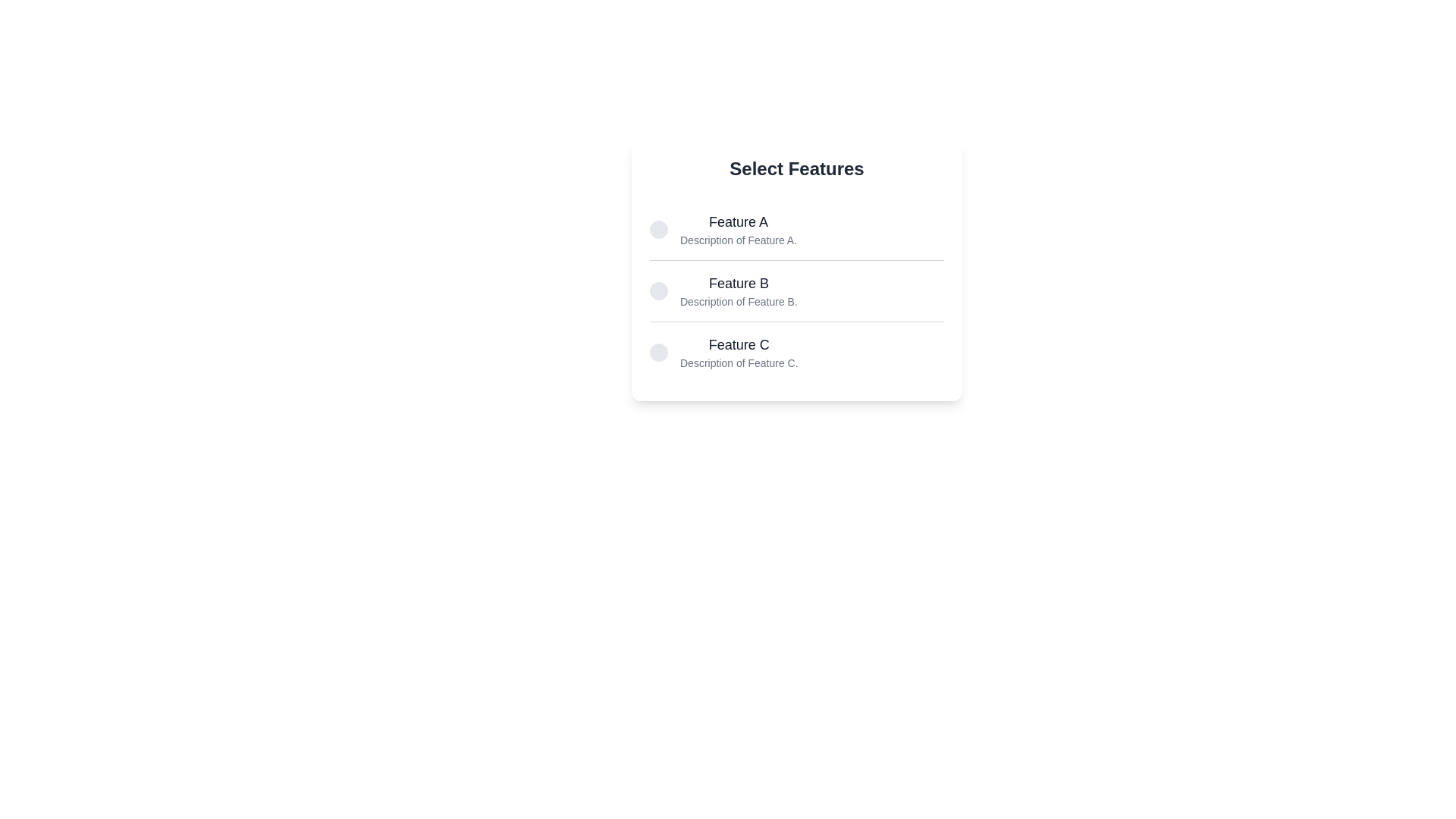 The height and width of the screenshot is (819, 1456). I want to click on the text label that reads 'Feature A', which is styled in a bold and larger font size, colored dark gray, and located at the top of a vertically aligned group in the interface, so click(739, 222).